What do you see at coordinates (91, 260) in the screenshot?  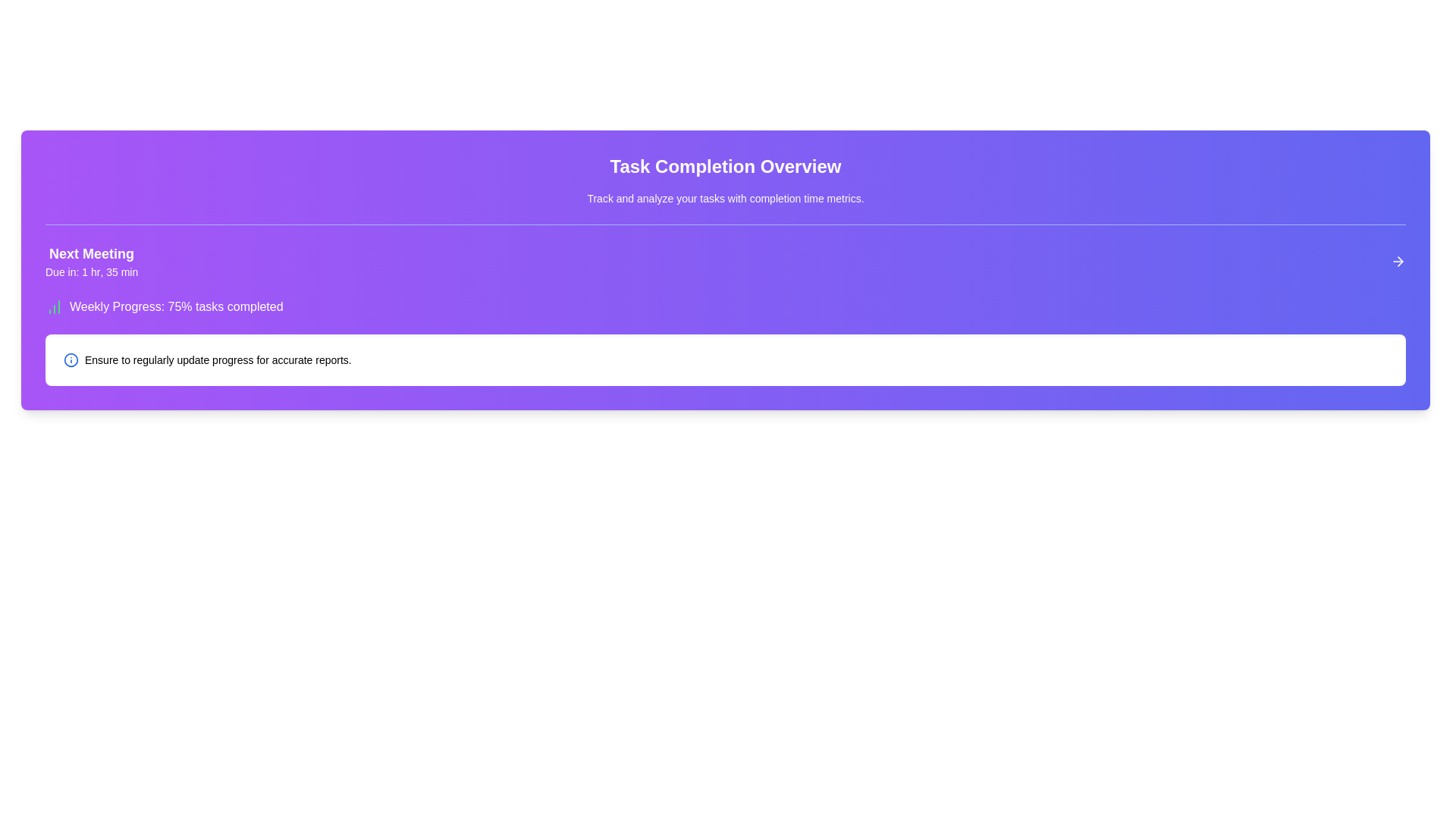 I see `the 'Next Meeting' text label, which displays 'Next Meeting' in bold and 'Due in: 1 hr, 35 min' in smaller font on a purple background` at bounding box center [91, 260].